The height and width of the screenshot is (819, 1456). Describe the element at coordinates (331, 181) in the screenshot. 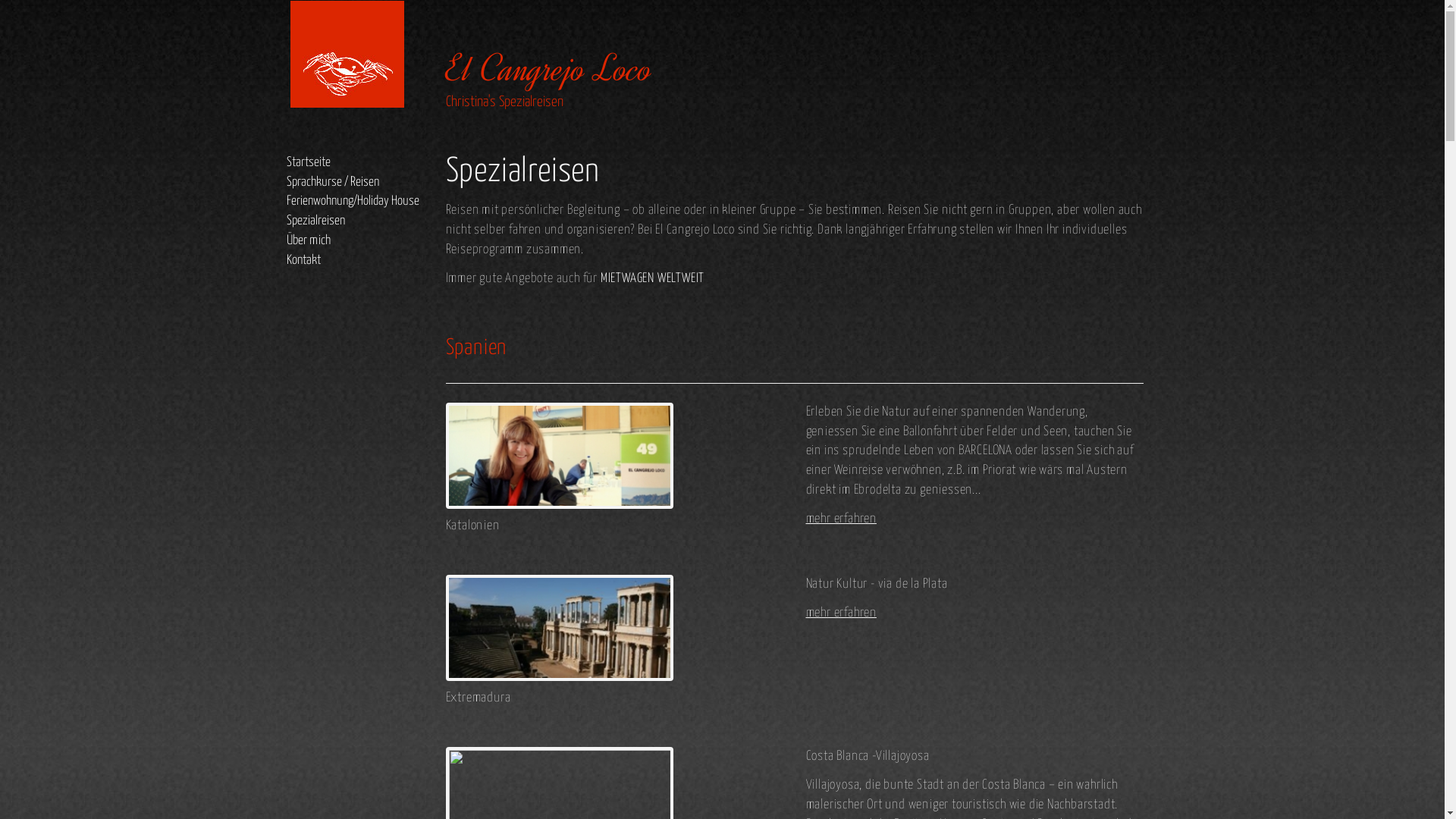

I see `'Sprachkurse / Reisen'` at that location.